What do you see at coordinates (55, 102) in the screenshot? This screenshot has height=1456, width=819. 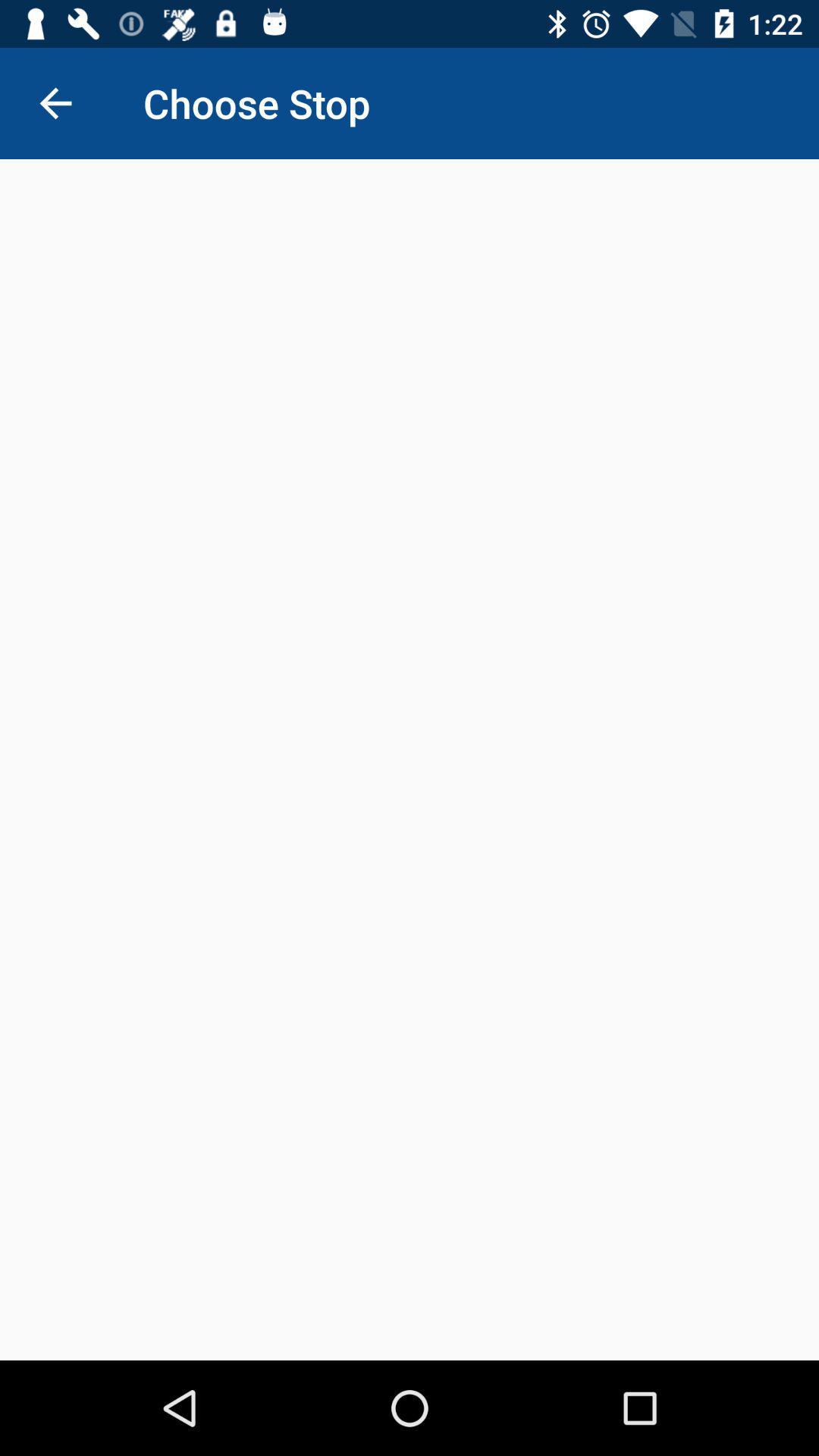 I see `the item next to choose stop icon` at bounding box center [55, 102].